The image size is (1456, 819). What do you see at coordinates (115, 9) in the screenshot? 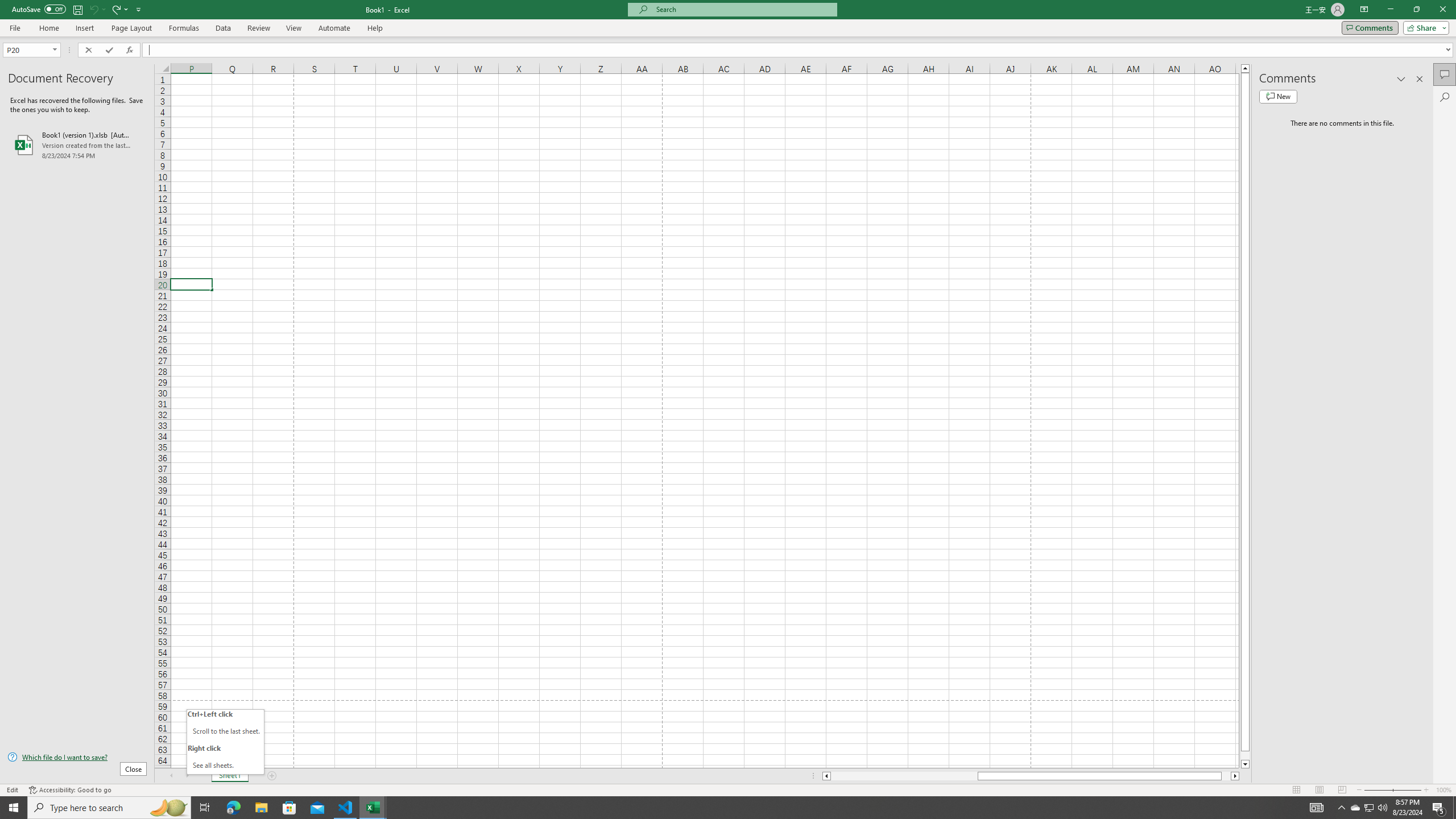
I see `'Redo'` at bounding box center [115, 9].